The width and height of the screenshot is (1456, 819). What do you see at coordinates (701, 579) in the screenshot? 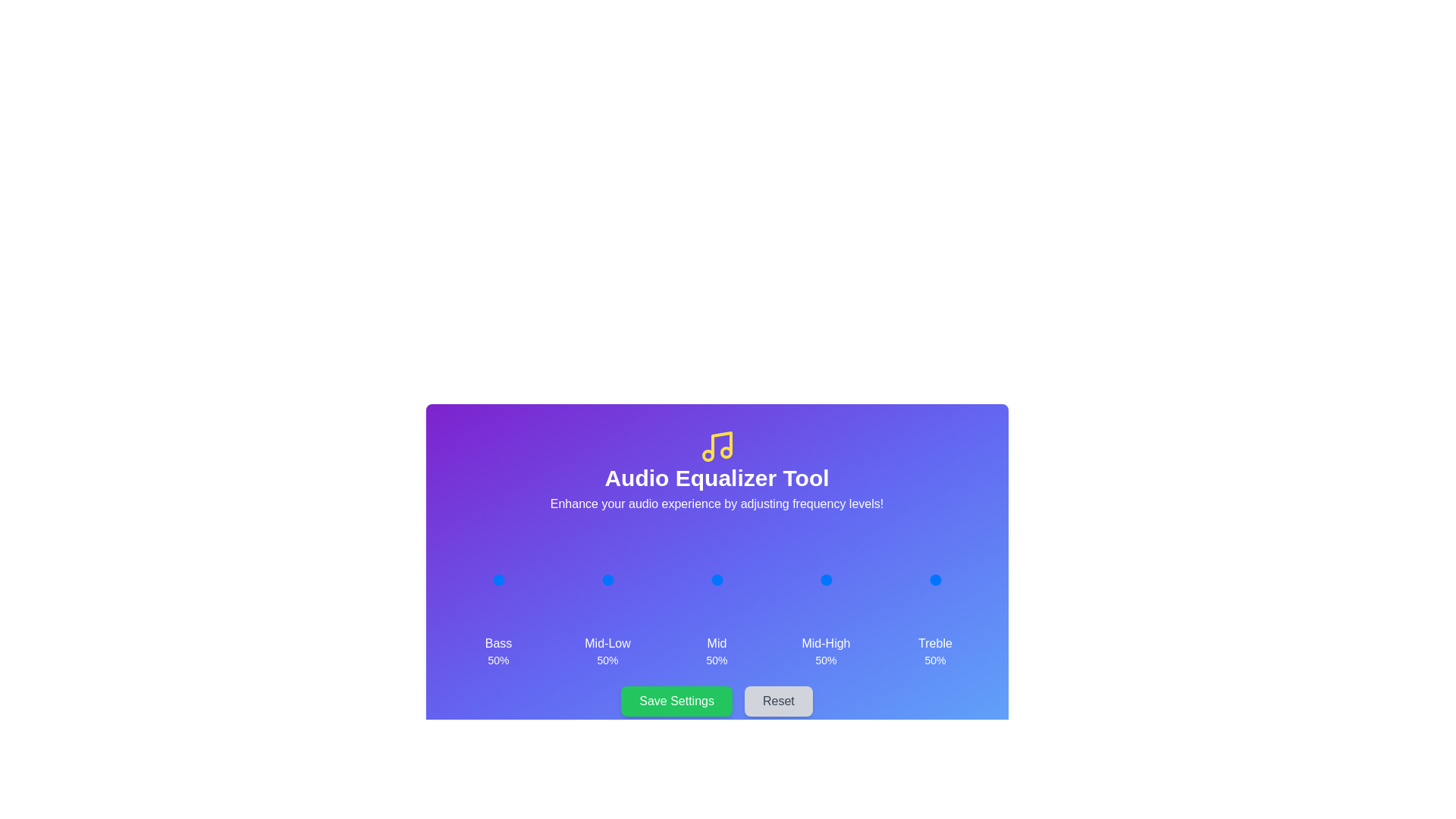
I see `the 2 slider to 19%` at bounding box center [701, 579].